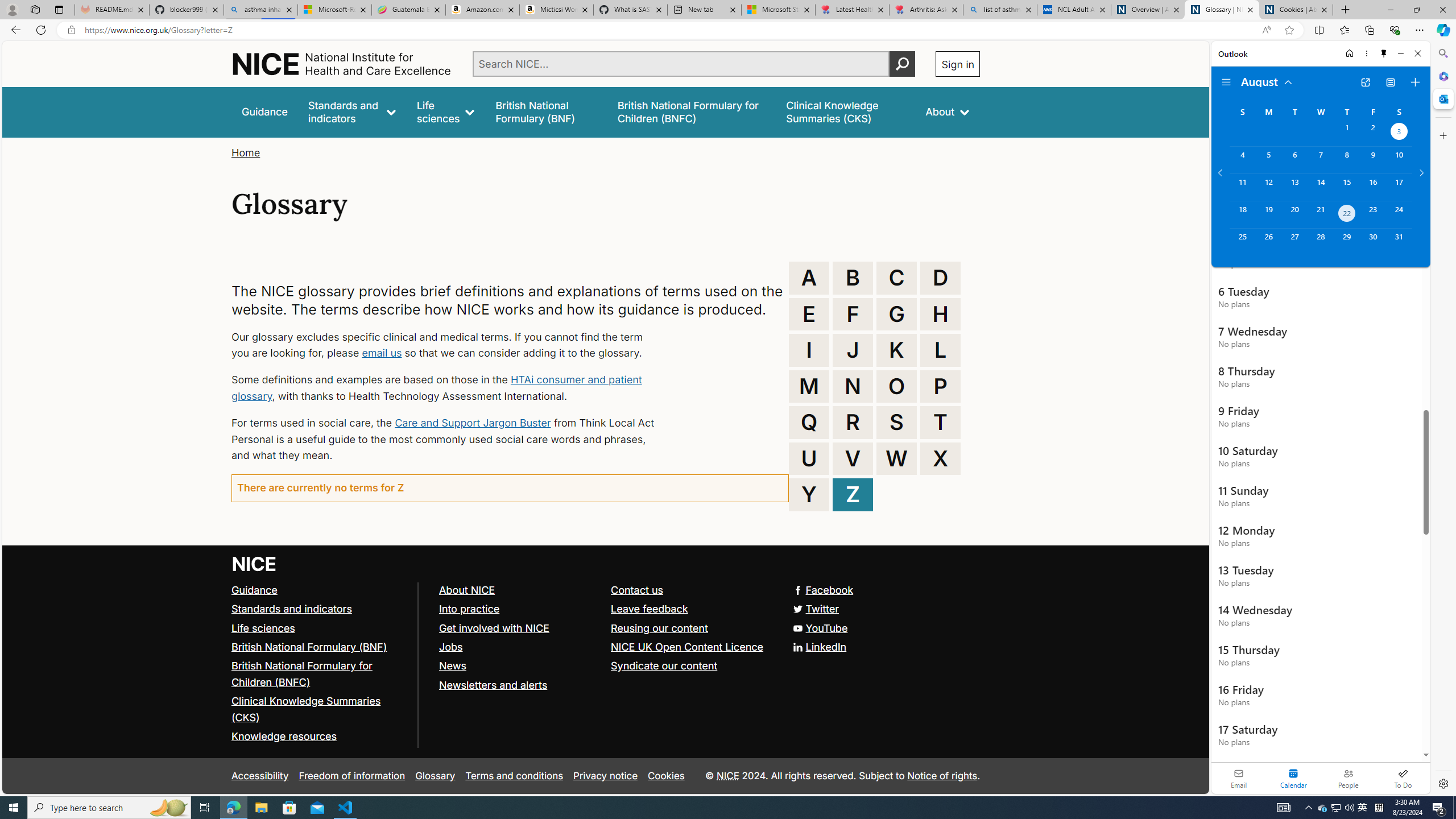 The height and width of the screenshot is (819, 1456). I want to click on 'Y', so click(809, 494).